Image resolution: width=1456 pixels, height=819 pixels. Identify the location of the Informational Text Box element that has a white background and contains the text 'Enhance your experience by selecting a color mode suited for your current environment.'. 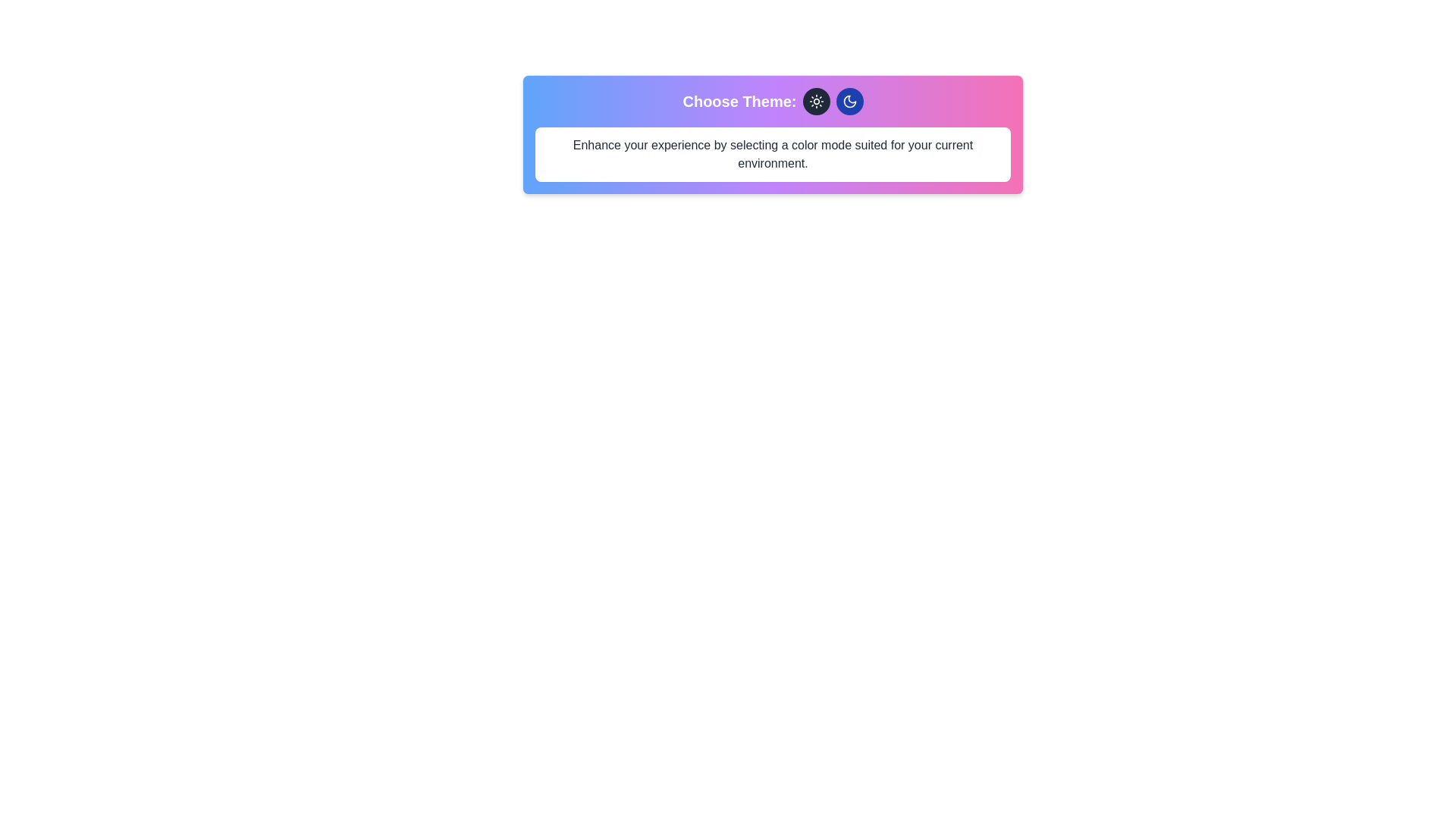
(773, 155).